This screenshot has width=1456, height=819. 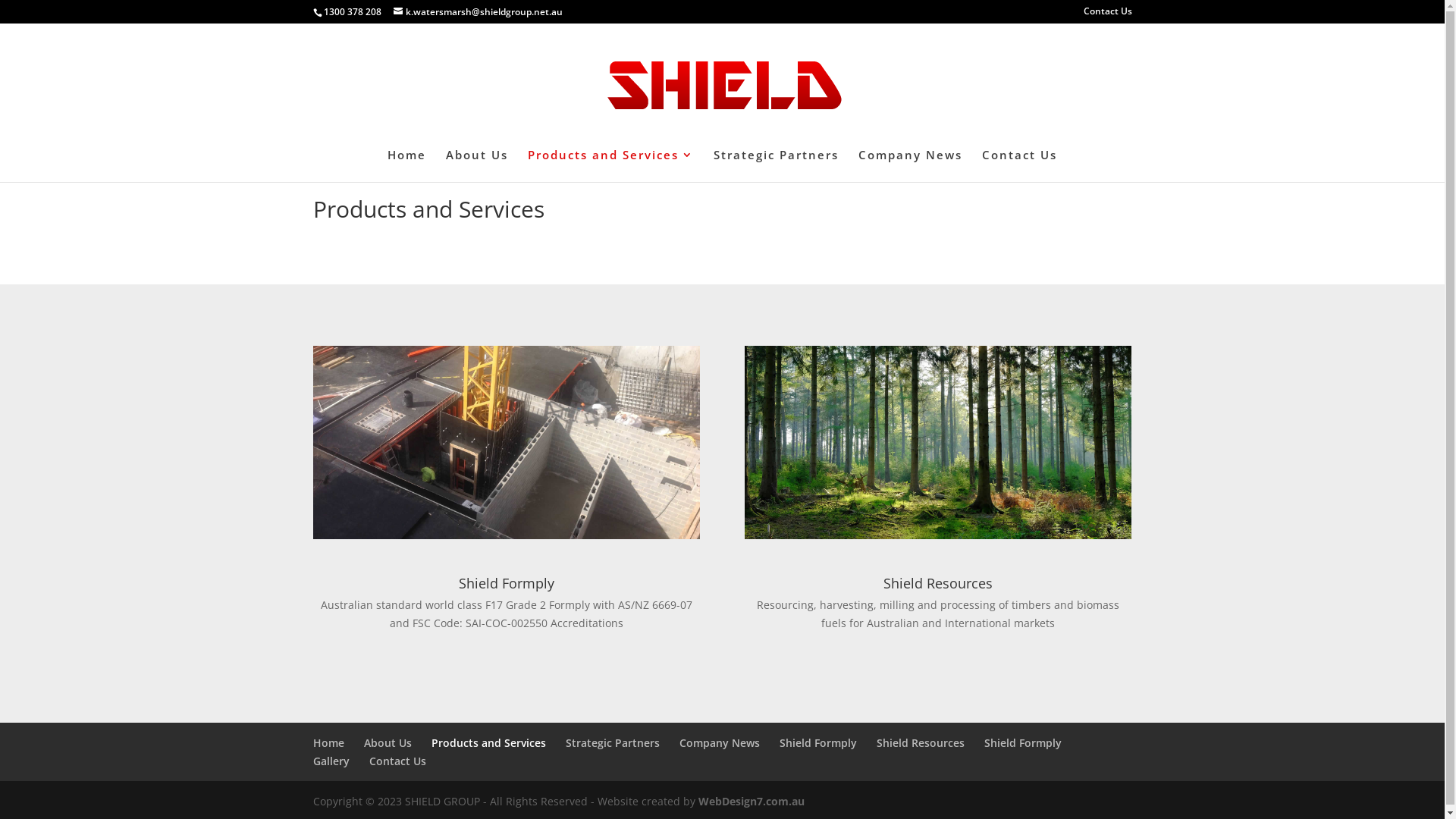 What do you see at coordinates (910, 165) in the screenshot?
I see `'Company News'` at bounding box center [910, 165].